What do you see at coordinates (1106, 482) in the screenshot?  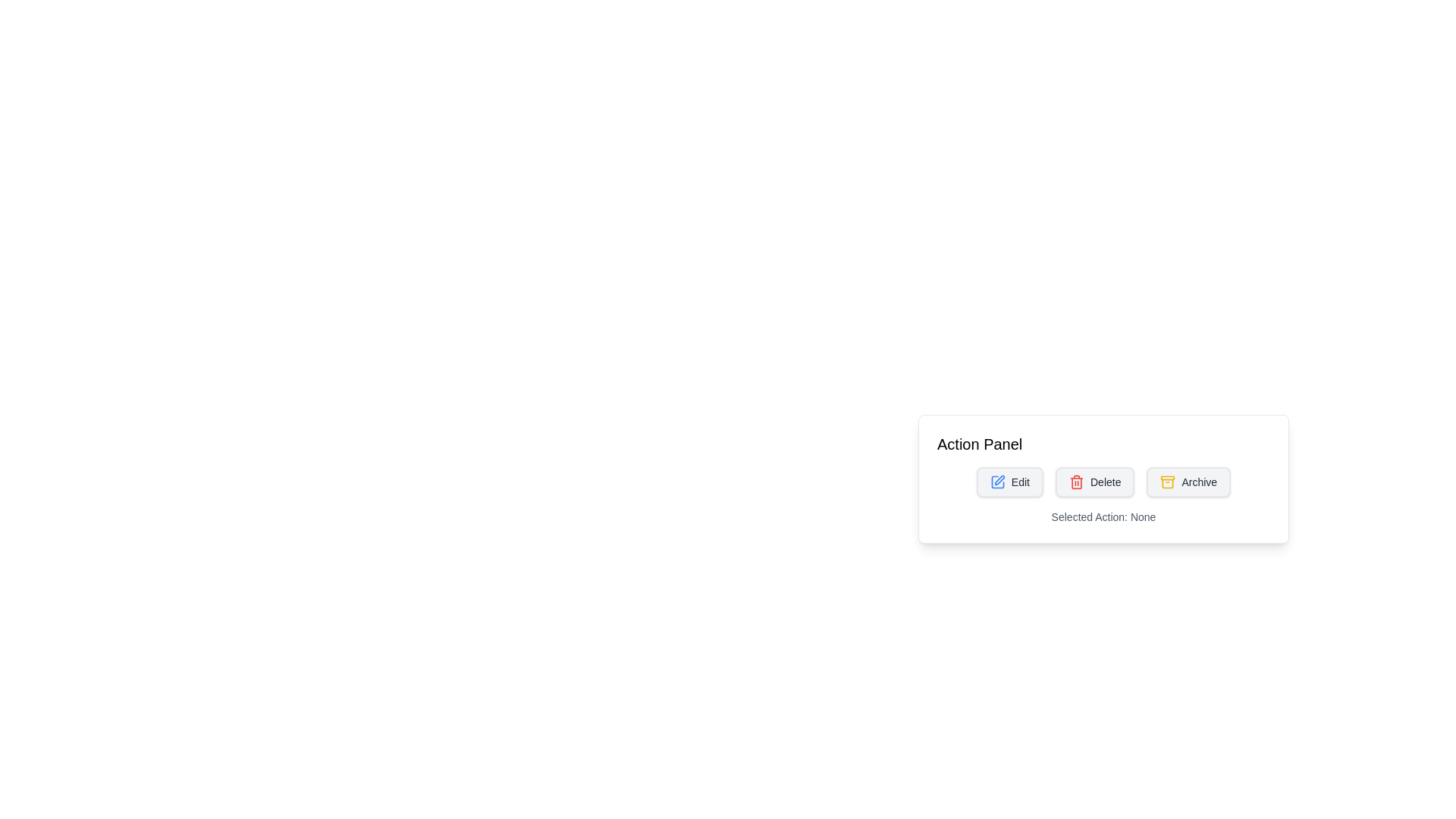 I see `the Text label that represents a delete action, positioned between the 'Edit' and 'Archive' buttons in the 'Action Panel'` at bounding box center [1106, 482].